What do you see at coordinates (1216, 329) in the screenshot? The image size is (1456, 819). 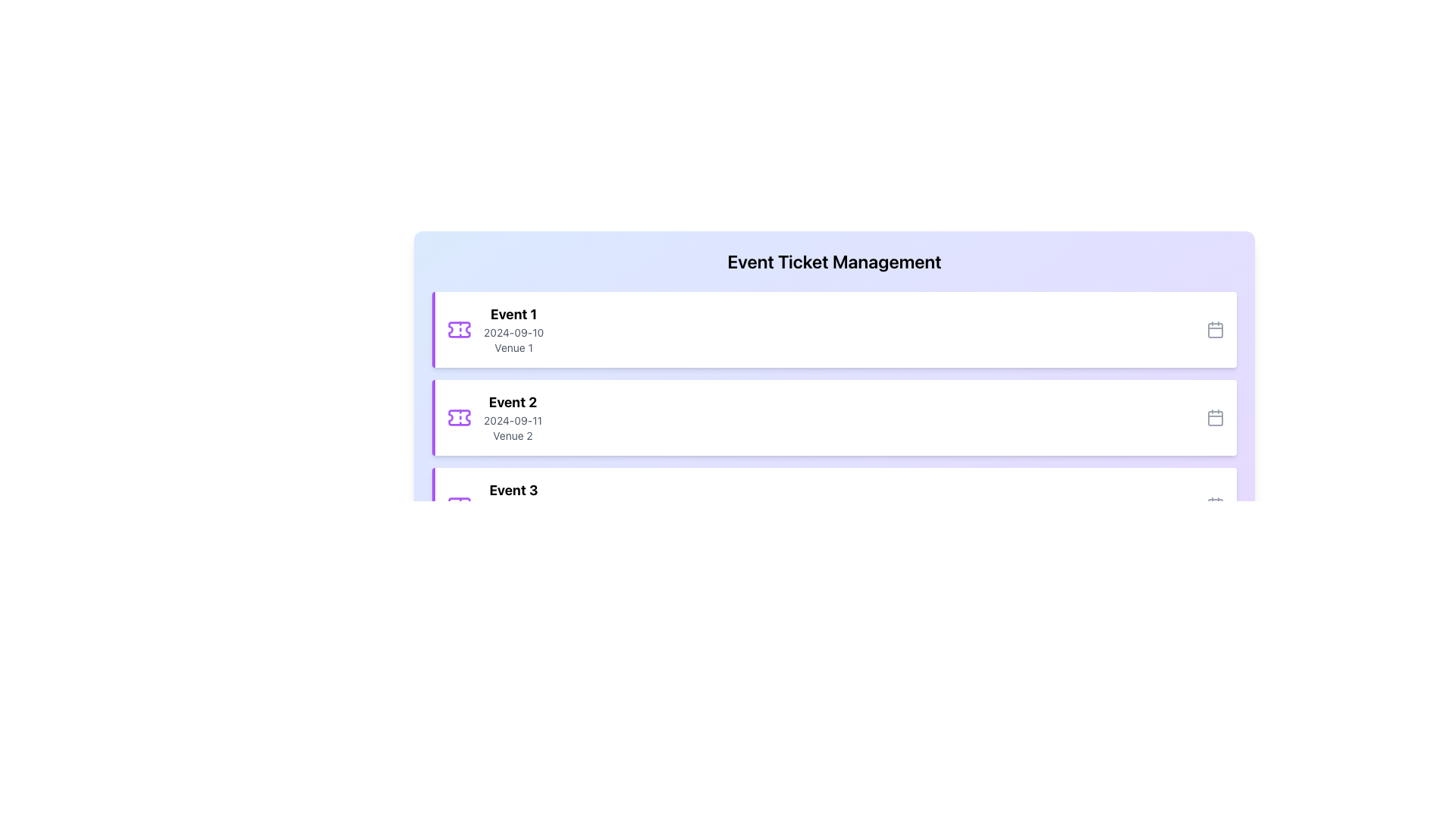 I see `the calendar icon located to the far right of the '2024-09-10' text in the event list` at bounding box center [1216, 329].